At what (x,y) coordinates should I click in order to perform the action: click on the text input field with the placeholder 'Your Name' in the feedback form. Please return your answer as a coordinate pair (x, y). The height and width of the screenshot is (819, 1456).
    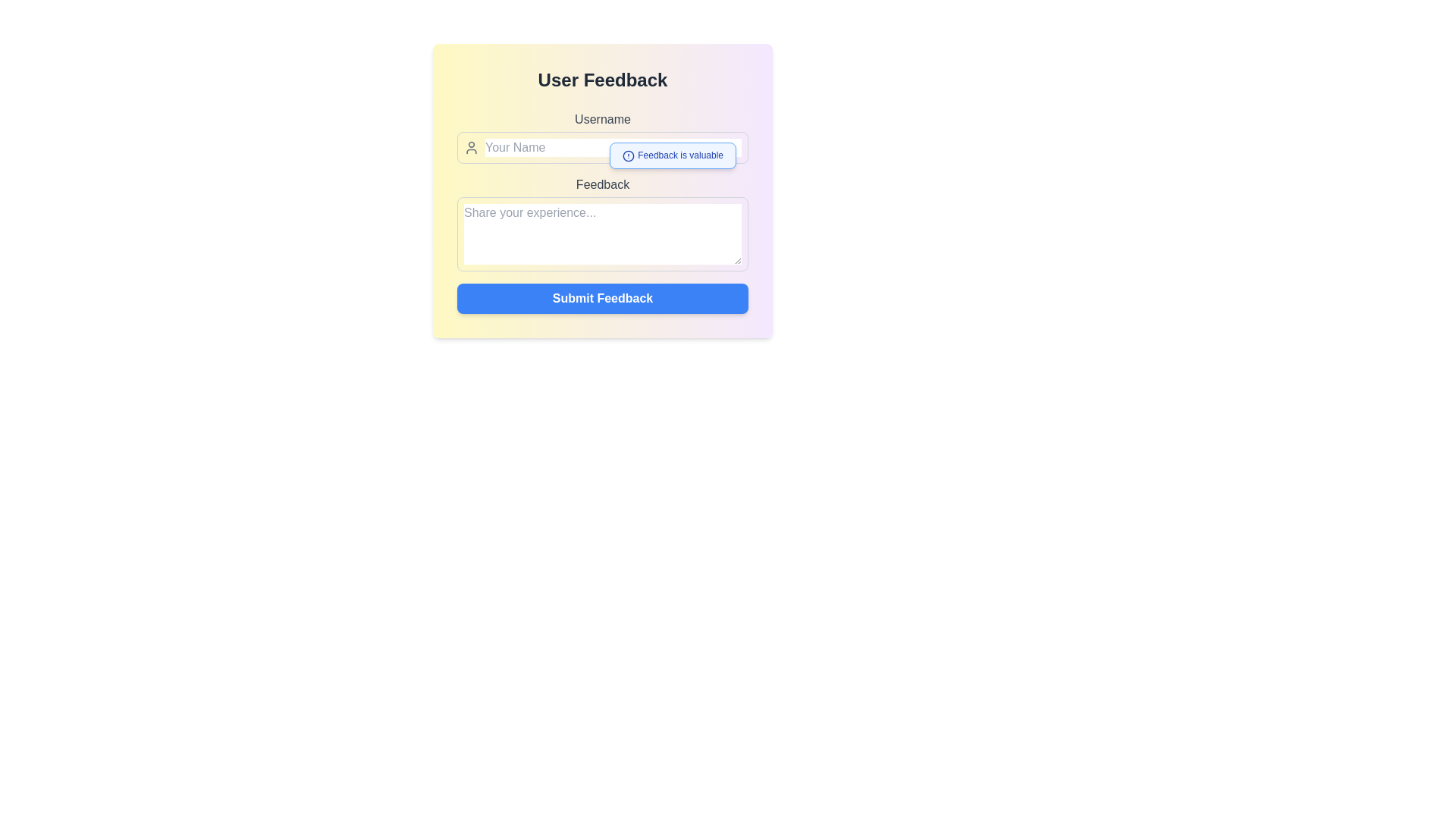
    Looking at the image, I should click on (602, 137).